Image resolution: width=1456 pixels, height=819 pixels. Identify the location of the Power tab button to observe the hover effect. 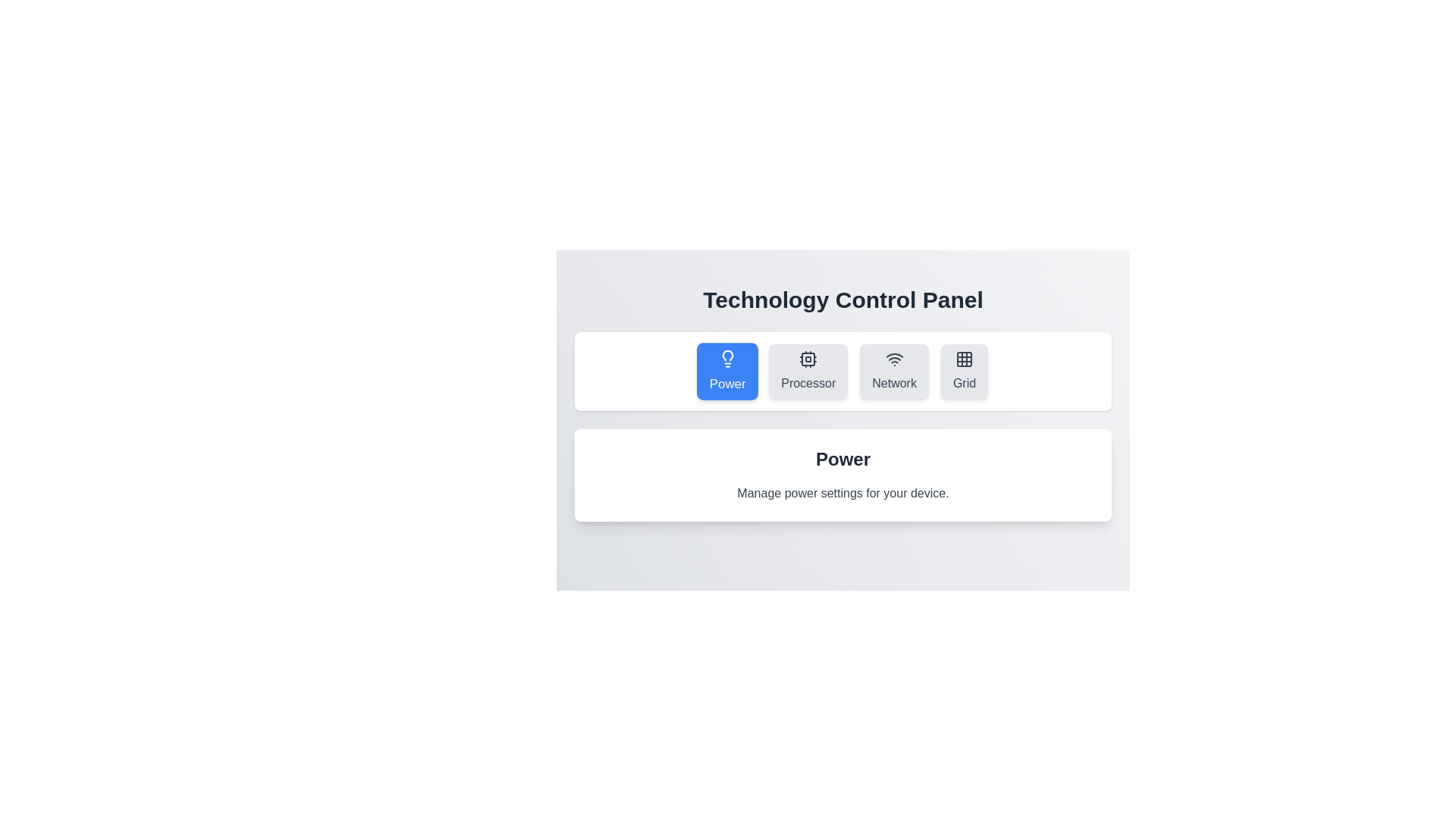
(726, 371).